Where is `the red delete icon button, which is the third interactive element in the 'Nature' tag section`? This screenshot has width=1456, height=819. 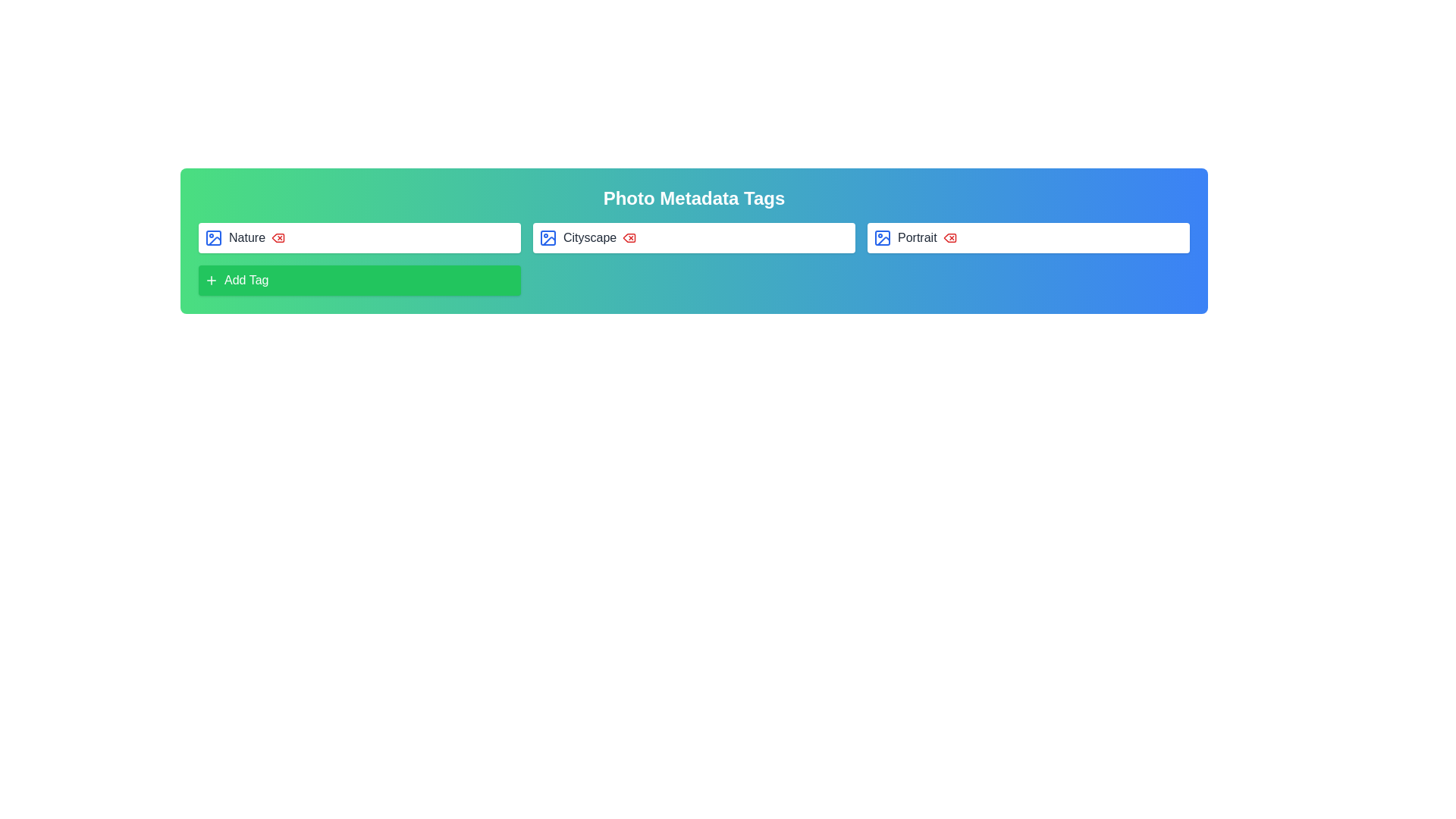 the red delete icon button, which is the third interactive element in the 'Nature' tag section is located at coordinates (278, 237).